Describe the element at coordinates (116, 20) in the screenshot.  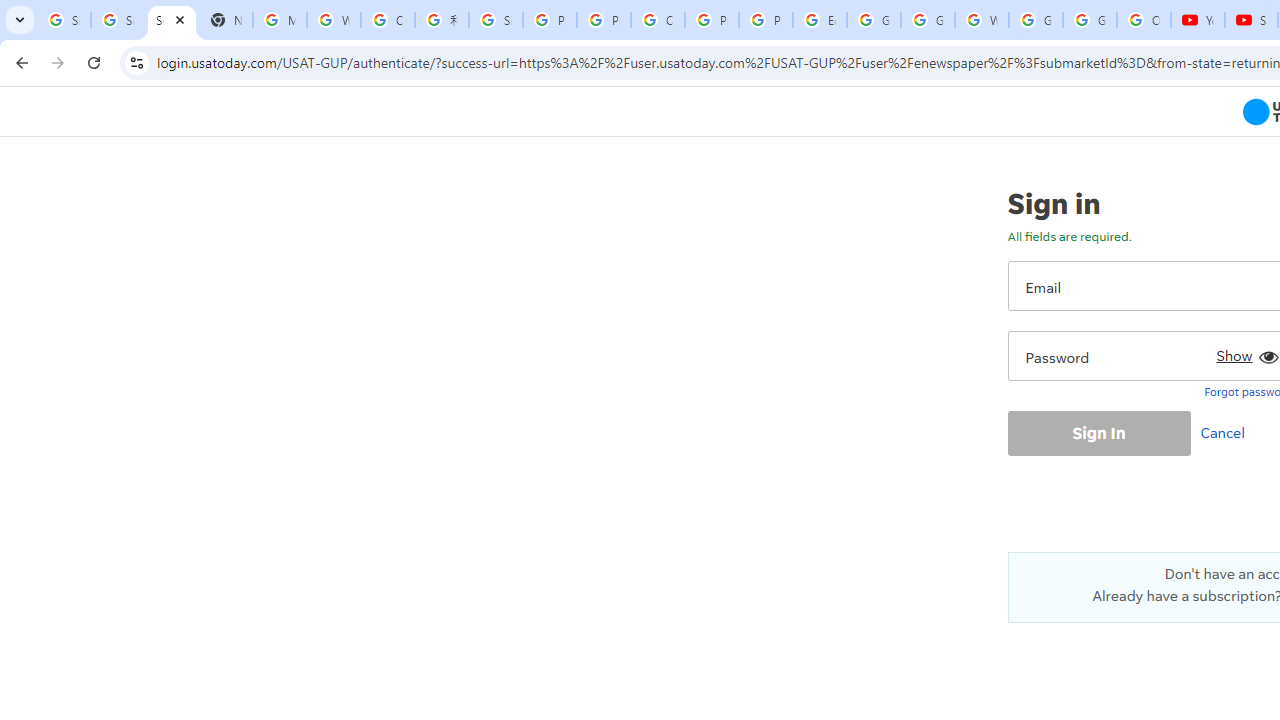
I see `'Sign in - Google Accounts'` at that location.